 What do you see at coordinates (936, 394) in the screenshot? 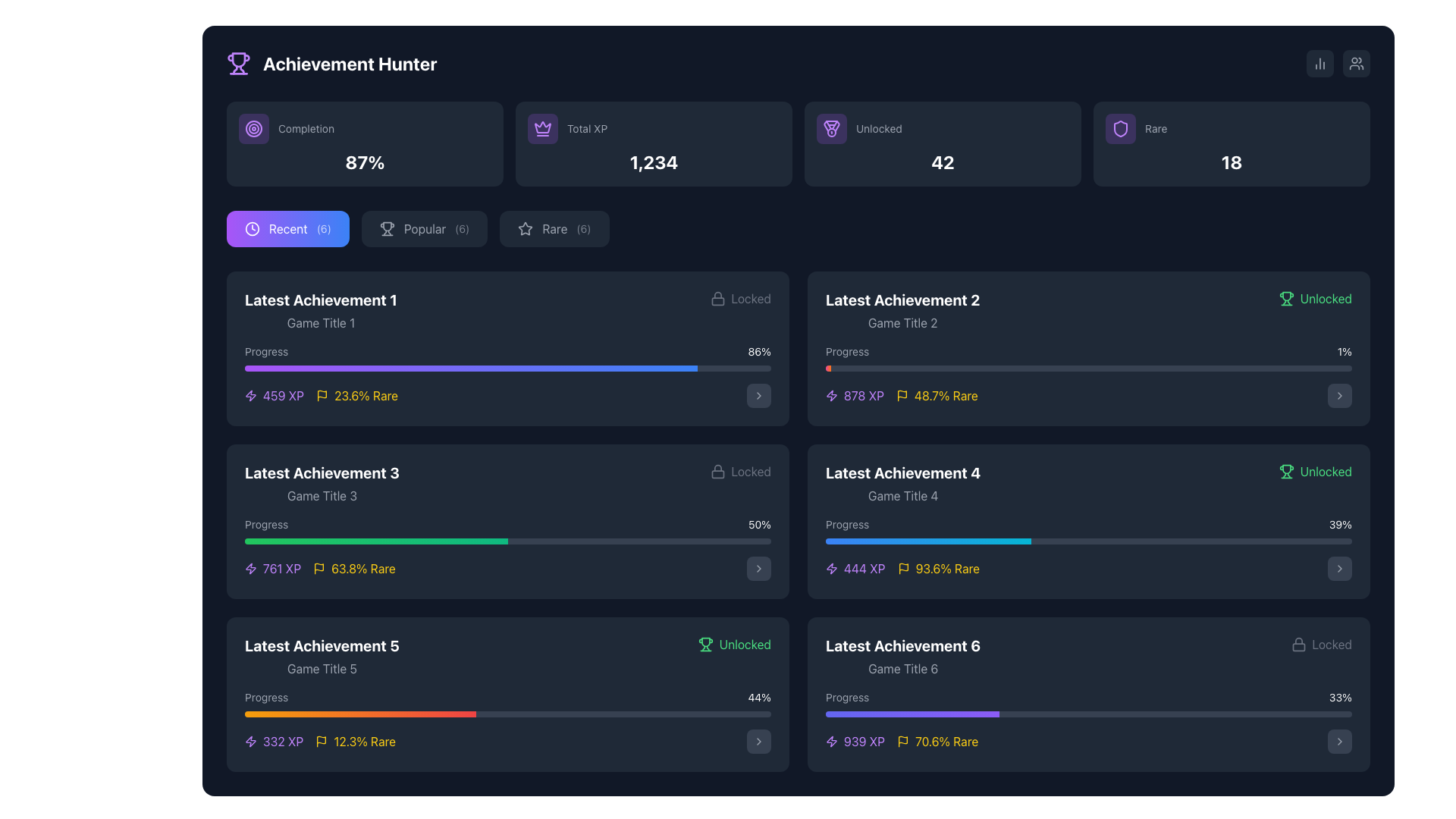
I see `the yellow text displaying '48.7% Rare' alongside the flag icon, located in the second rectangular achievement block in the second column of the interface` at bounding box center [936, 394].